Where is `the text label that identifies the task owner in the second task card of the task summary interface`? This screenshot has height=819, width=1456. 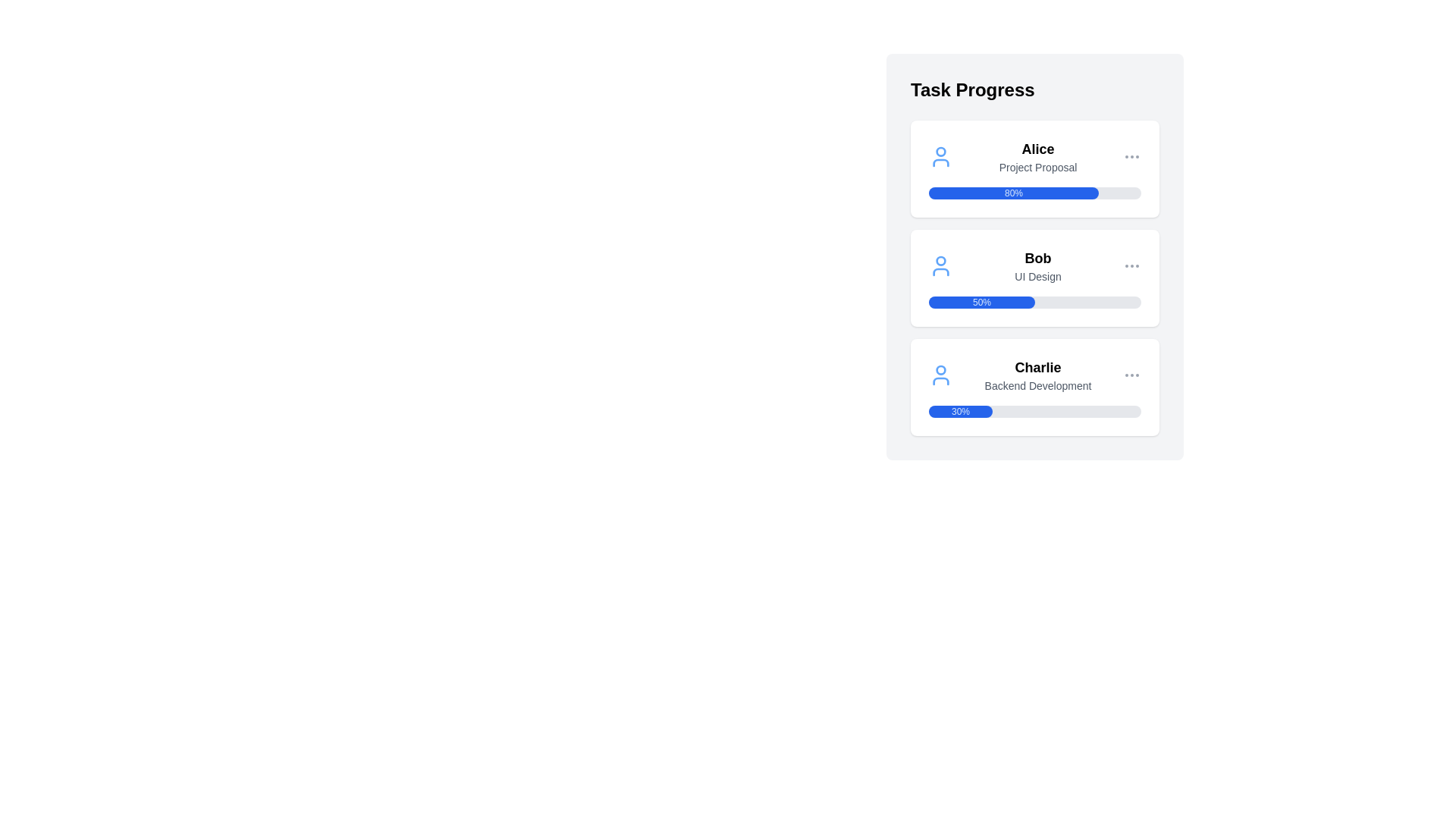 the text label that identifies the task owner in the second task card of the task summary interface is located at coordinates (1037, 257).